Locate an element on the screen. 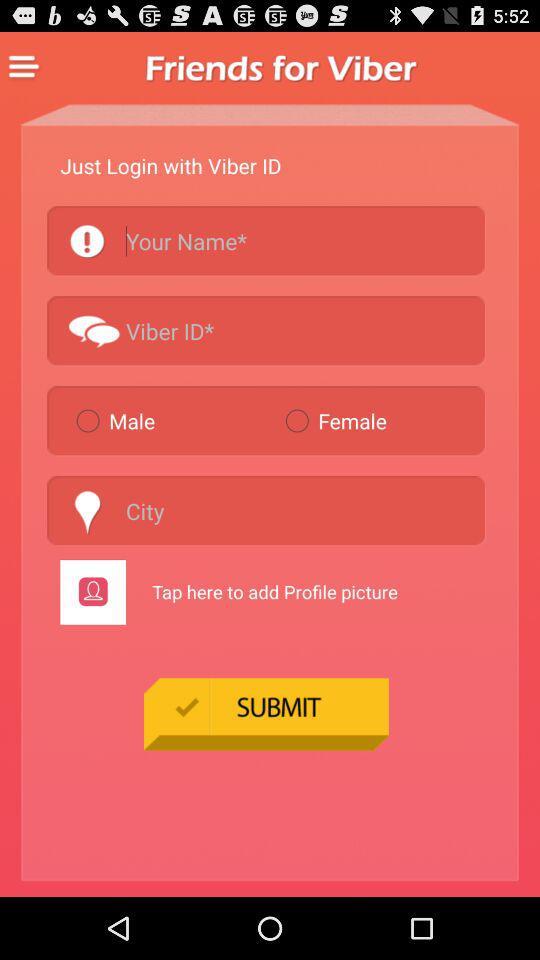 The image size is (540, 960). submit button is located at coordinates (266, 713).